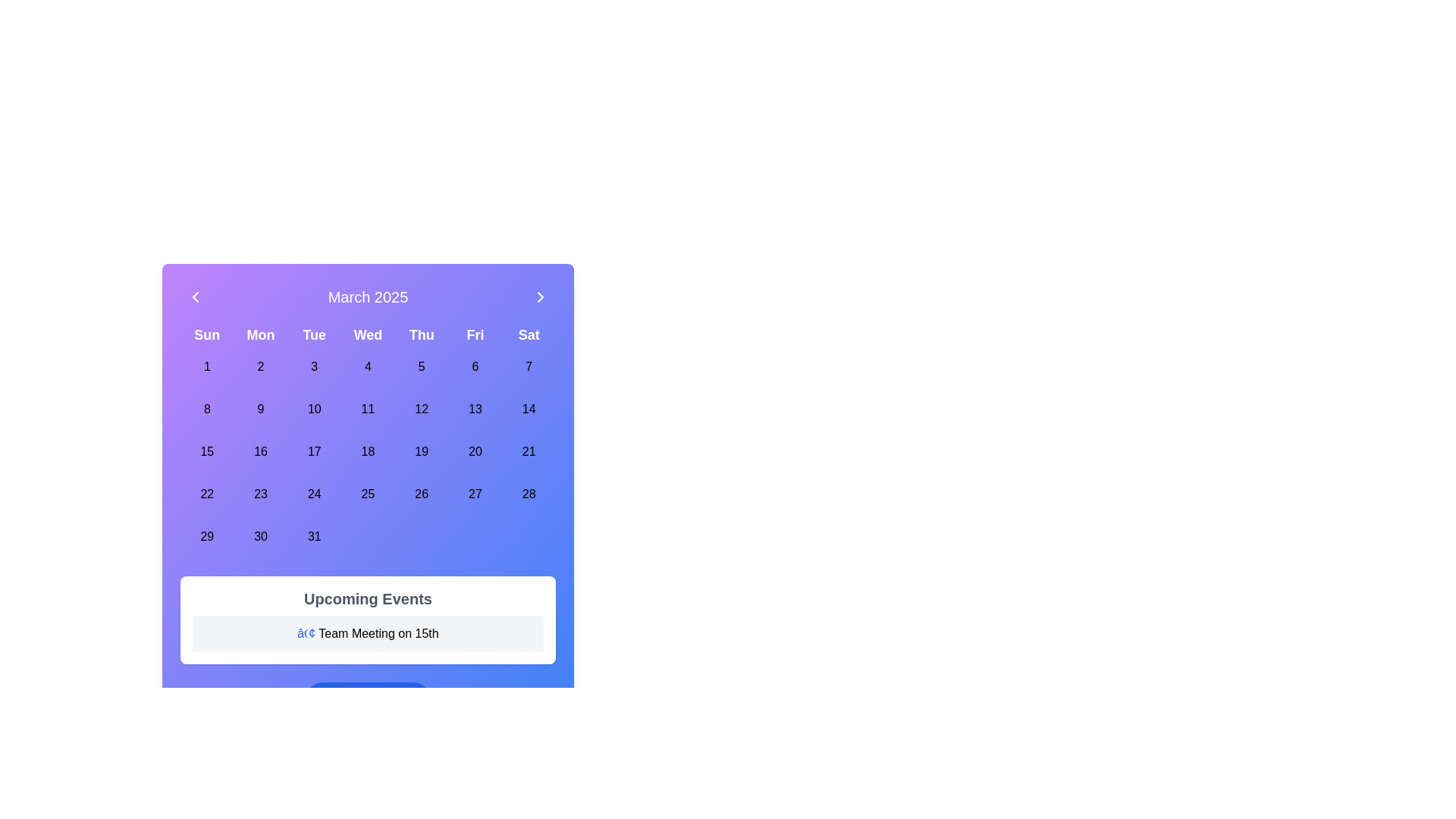  Describe the element at coordinates (368, 297) in the screenshot. I see `text content of the calendar month and year display located at the center of the top section of the calendar component` at that location.